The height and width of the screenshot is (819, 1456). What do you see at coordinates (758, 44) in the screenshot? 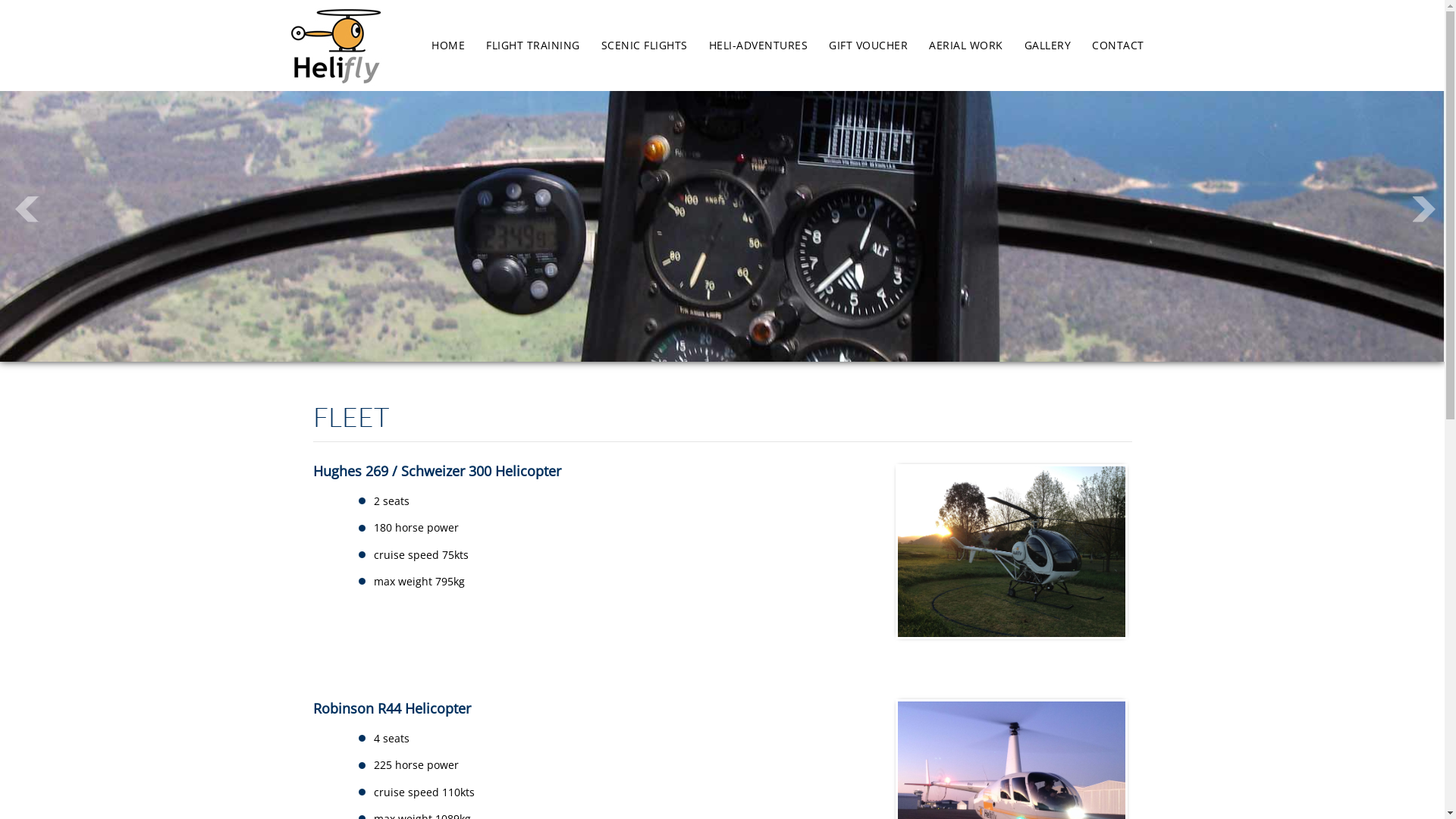
I see `'HELI-ADVENTURES'` at bounding box center [758, 44].